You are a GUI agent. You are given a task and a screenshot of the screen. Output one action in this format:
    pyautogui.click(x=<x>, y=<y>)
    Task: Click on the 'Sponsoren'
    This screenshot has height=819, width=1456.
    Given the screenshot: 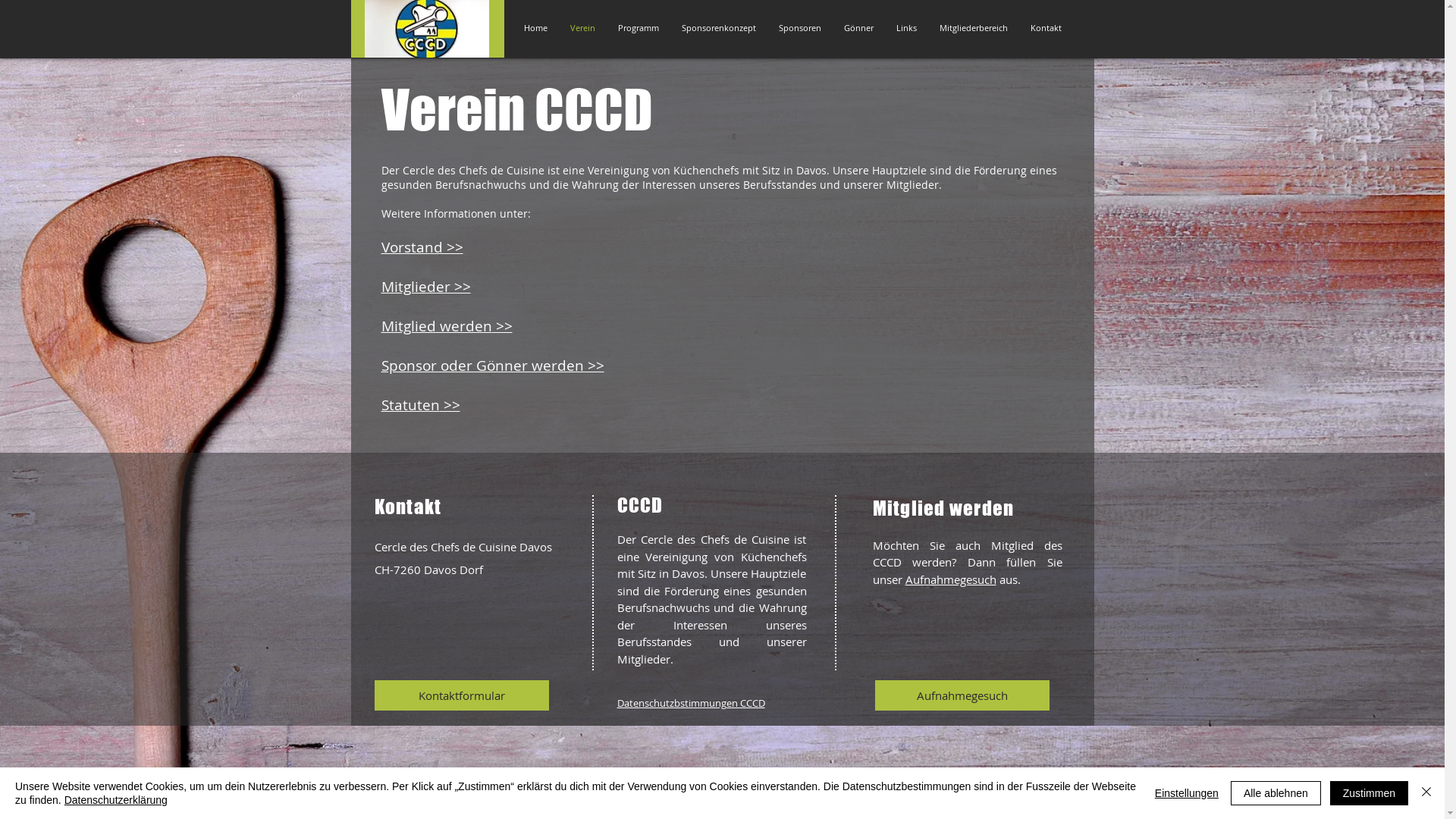 What is the action you would take?
    pyautogui.click(x=799, y=28)
    